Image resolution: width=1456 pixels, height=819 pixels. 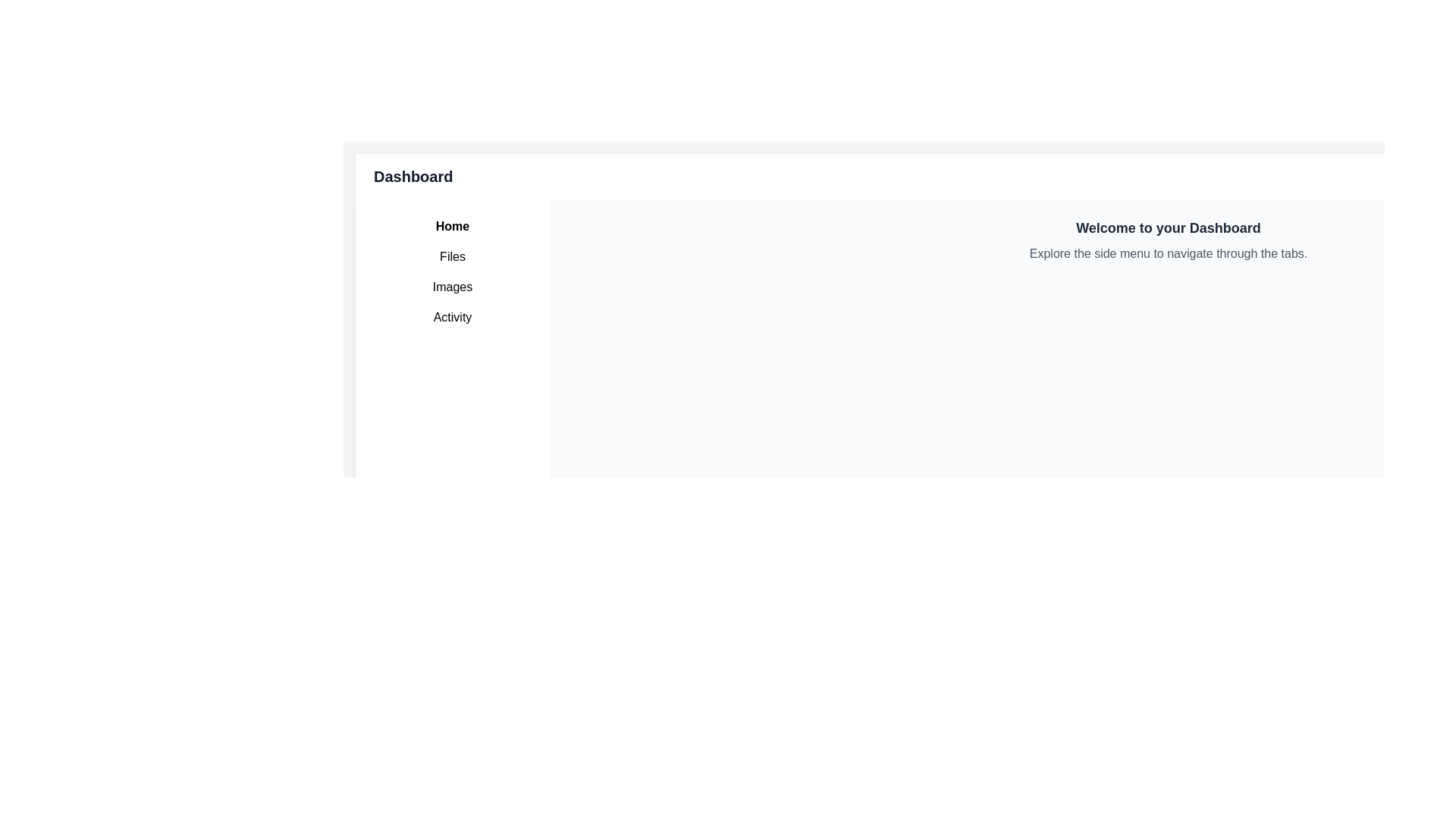 I want to click on the text label displaying 'Activity' in the vertical navigation menu, located beneath the 'Images' item, so click(x=451, y=317).